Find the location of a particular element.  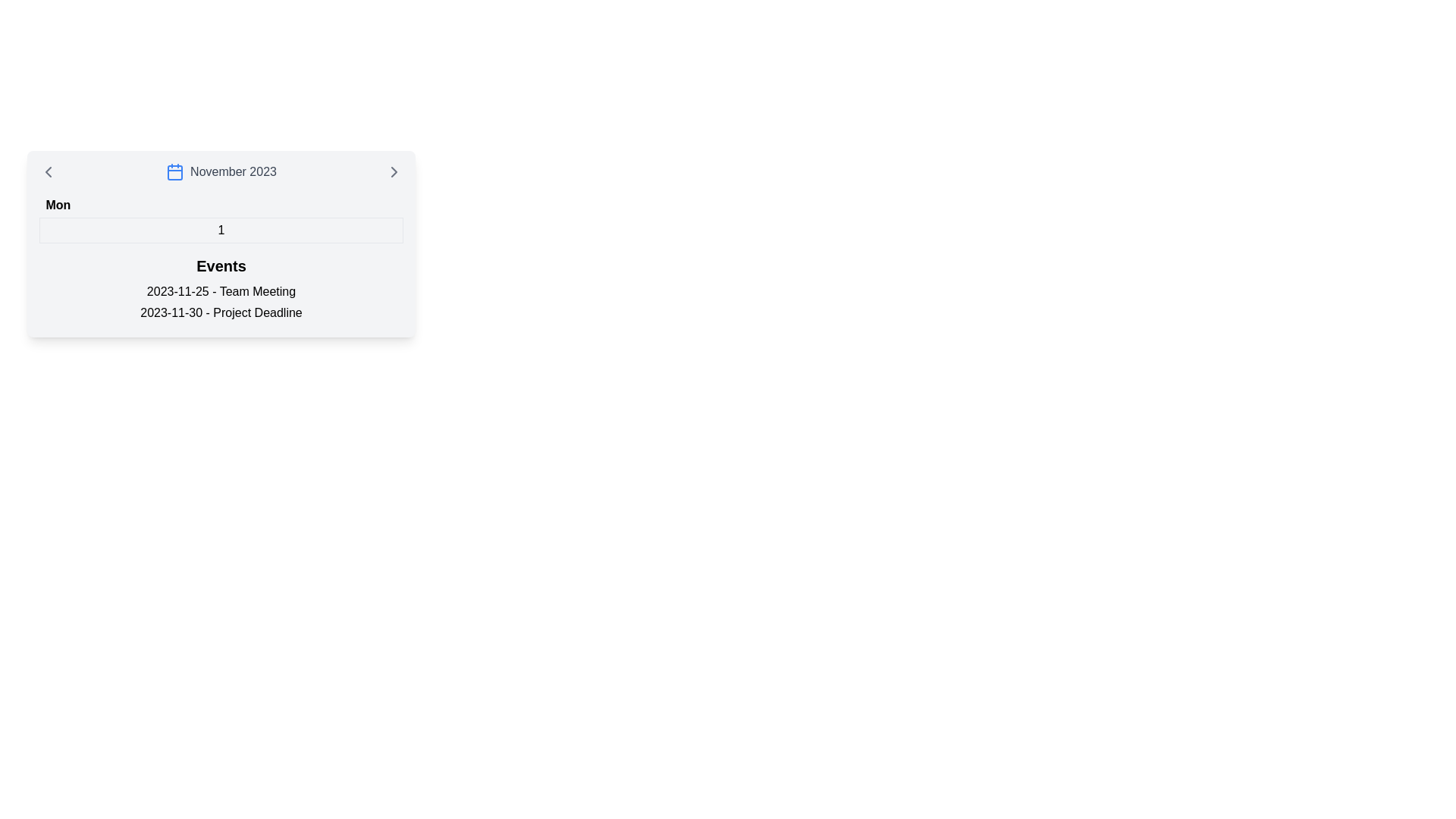

the leftward-facing arrow button located to the left of the text 'November 2023' is located at coordinates (48, 171).